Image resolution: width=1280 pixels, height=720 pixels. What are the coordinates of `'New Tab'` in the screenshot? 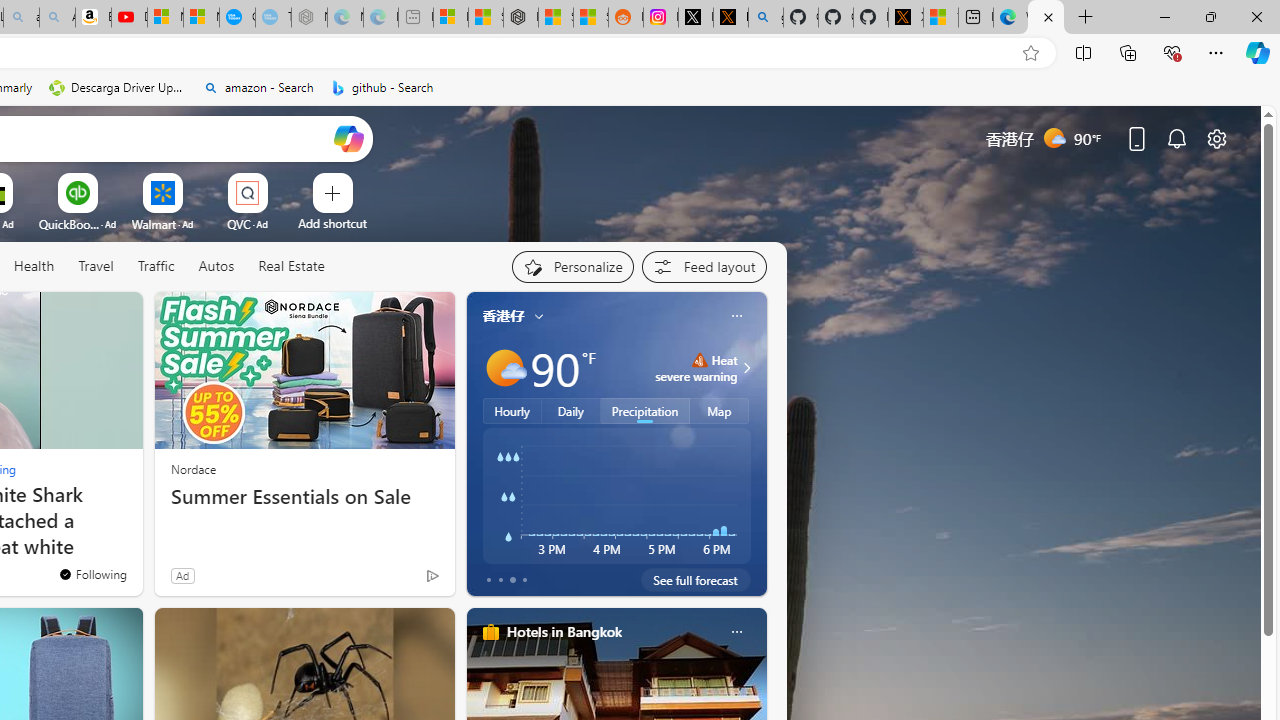 It's located at (1085, 17).